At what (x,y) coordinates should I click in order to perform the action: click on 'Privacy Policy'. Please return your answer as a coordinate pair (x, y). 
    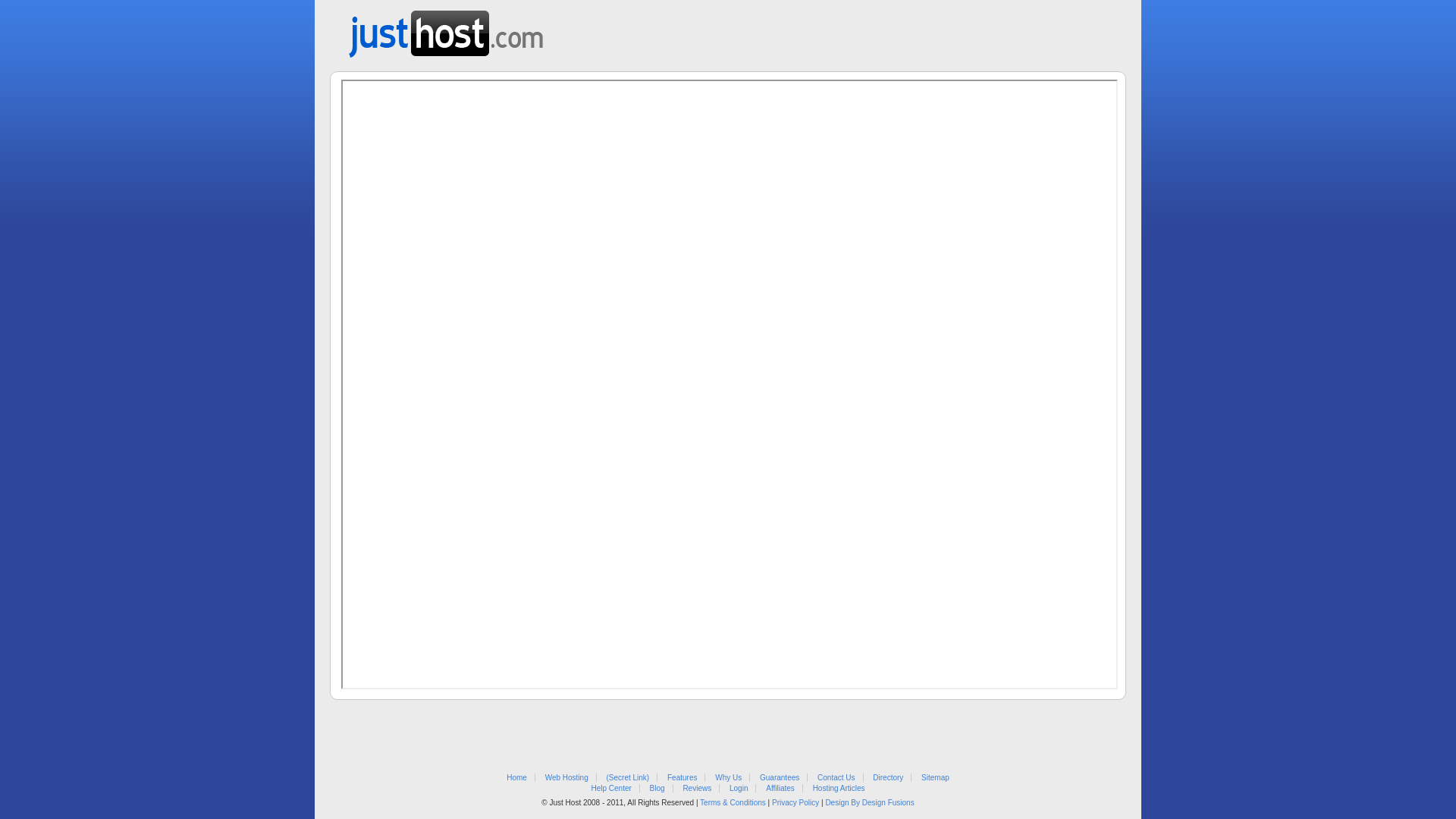
    Looking at the image, I should click on (795, 802).